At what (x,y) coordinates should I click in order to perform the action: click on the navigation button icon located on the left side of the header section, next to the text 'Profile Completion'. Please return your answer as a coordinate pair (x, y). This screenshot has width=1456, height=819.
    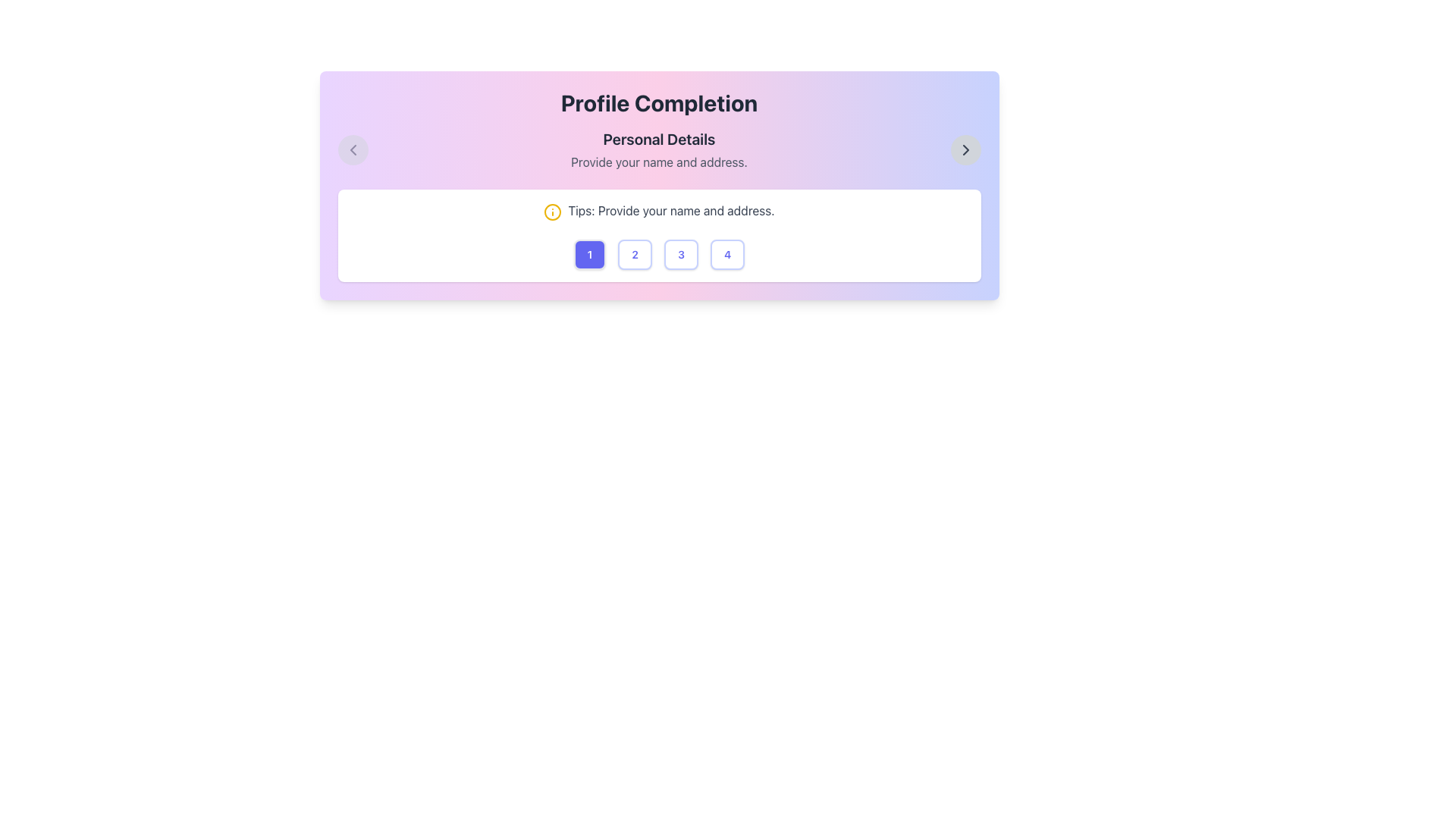
    Looking at the image, I should click on (352, 149).